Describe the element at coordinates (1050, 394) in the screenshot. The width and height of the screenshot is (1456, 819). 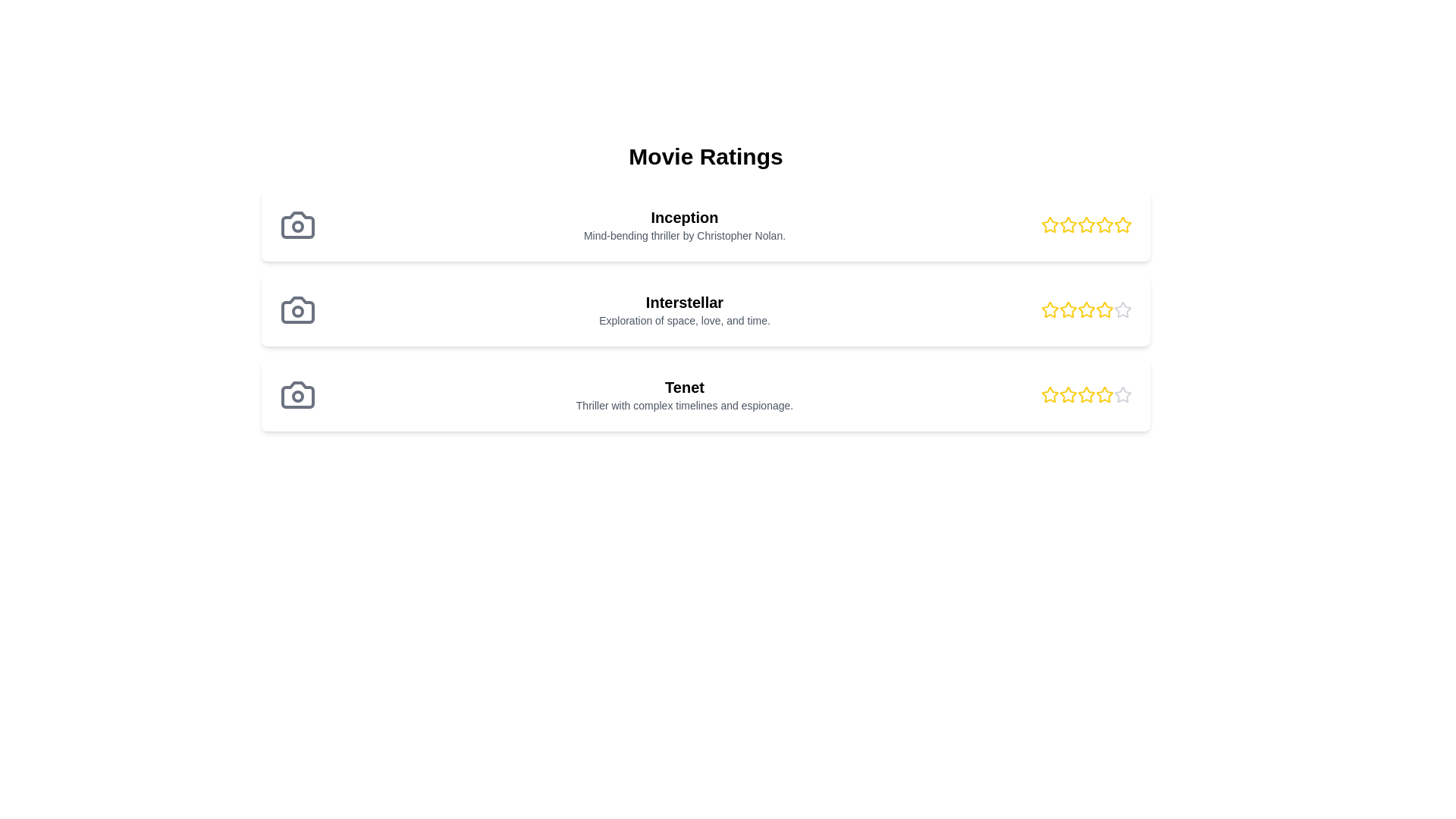
I see `the yellow star-shaped icon, which is the third star in a row of five stars next` at that location.